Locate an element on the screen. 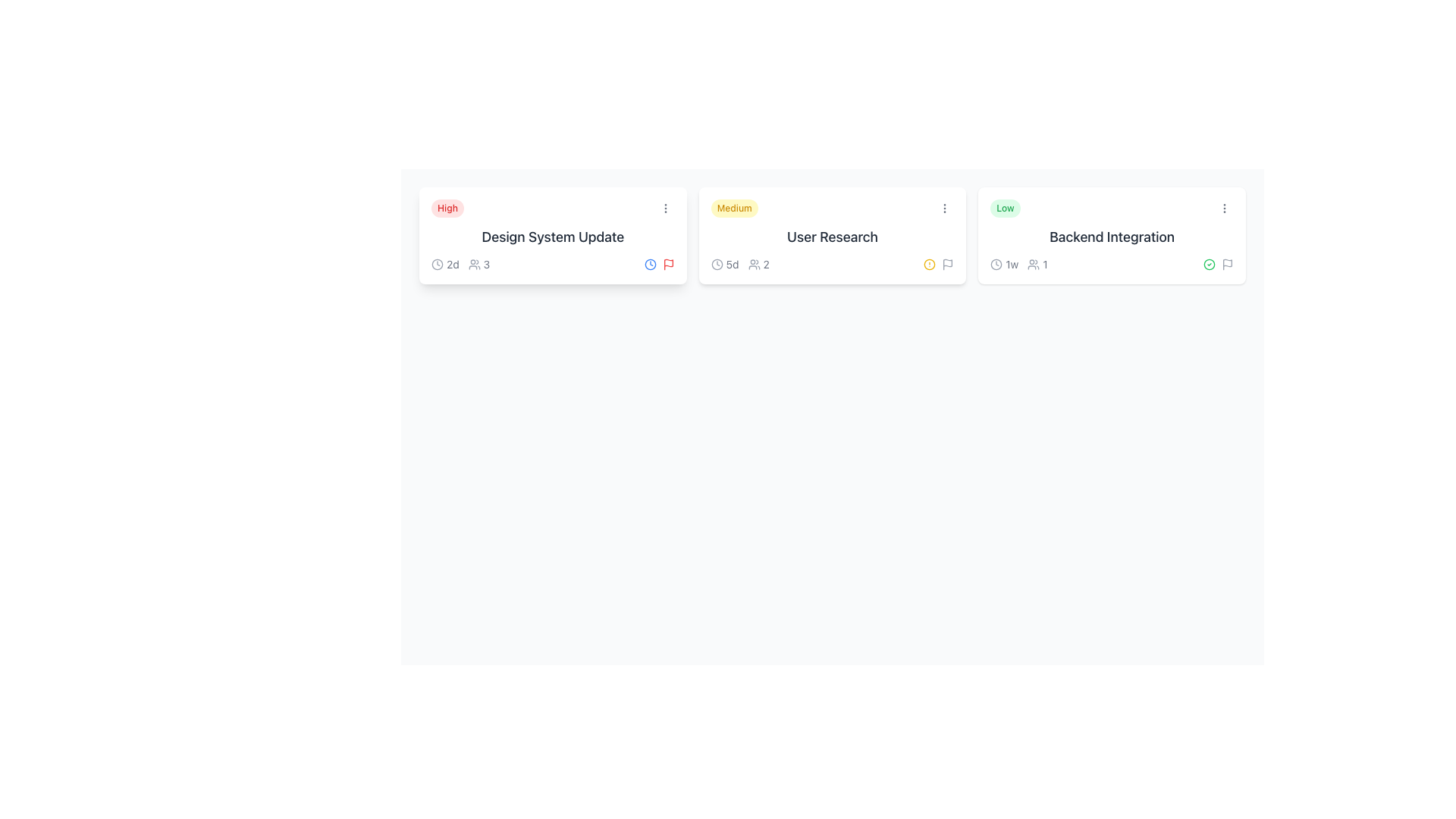  the timestamp information displayed on the Text label located within the 'User Research' card, adjacent to the clock icon is located at coordinates (724, 263).